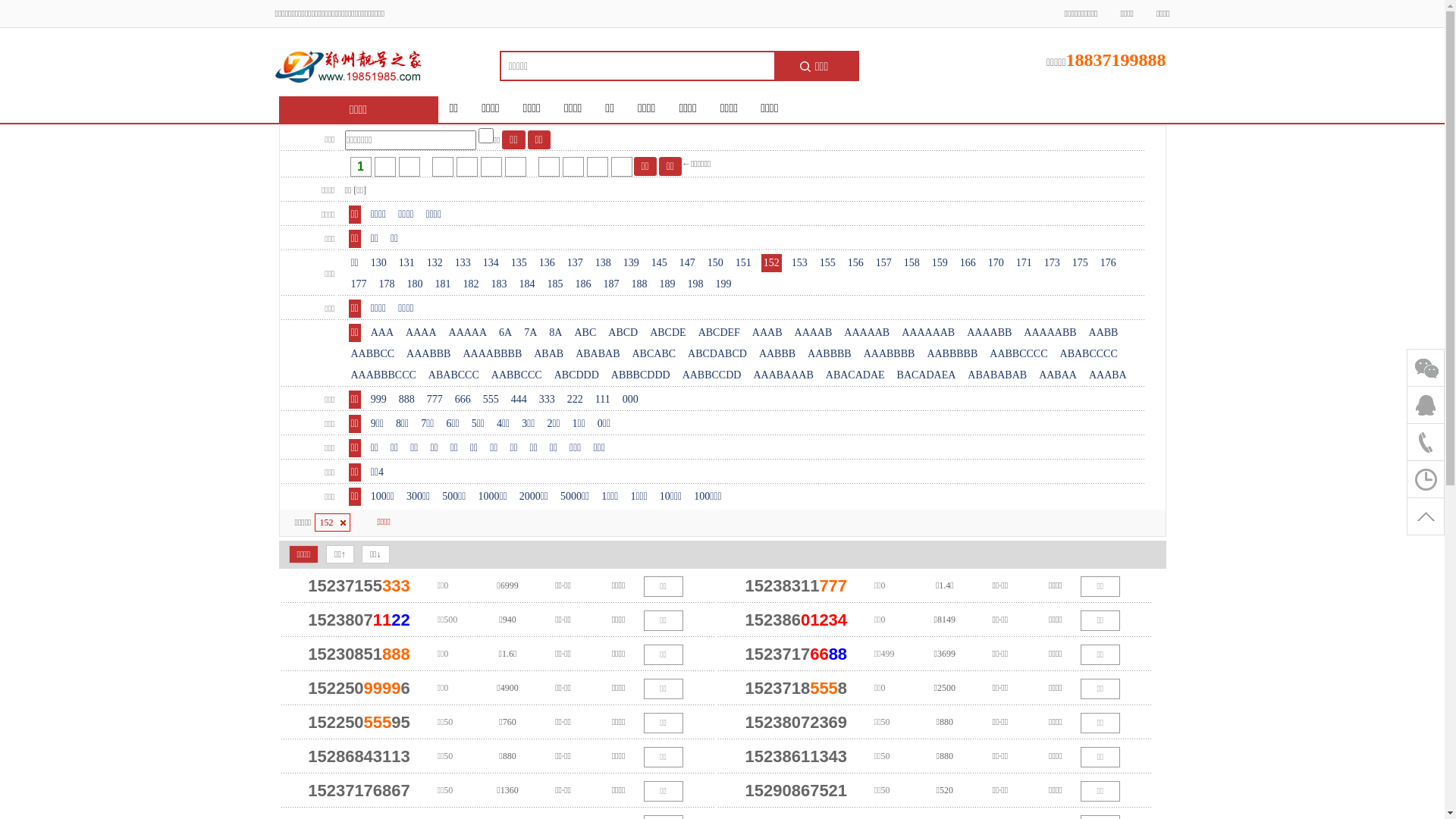 Image resolution: width=1456 pixels, height=819 pixels. Describe the element at coordinates (378, 262) in the screenshot. I see `'130'` at that location.